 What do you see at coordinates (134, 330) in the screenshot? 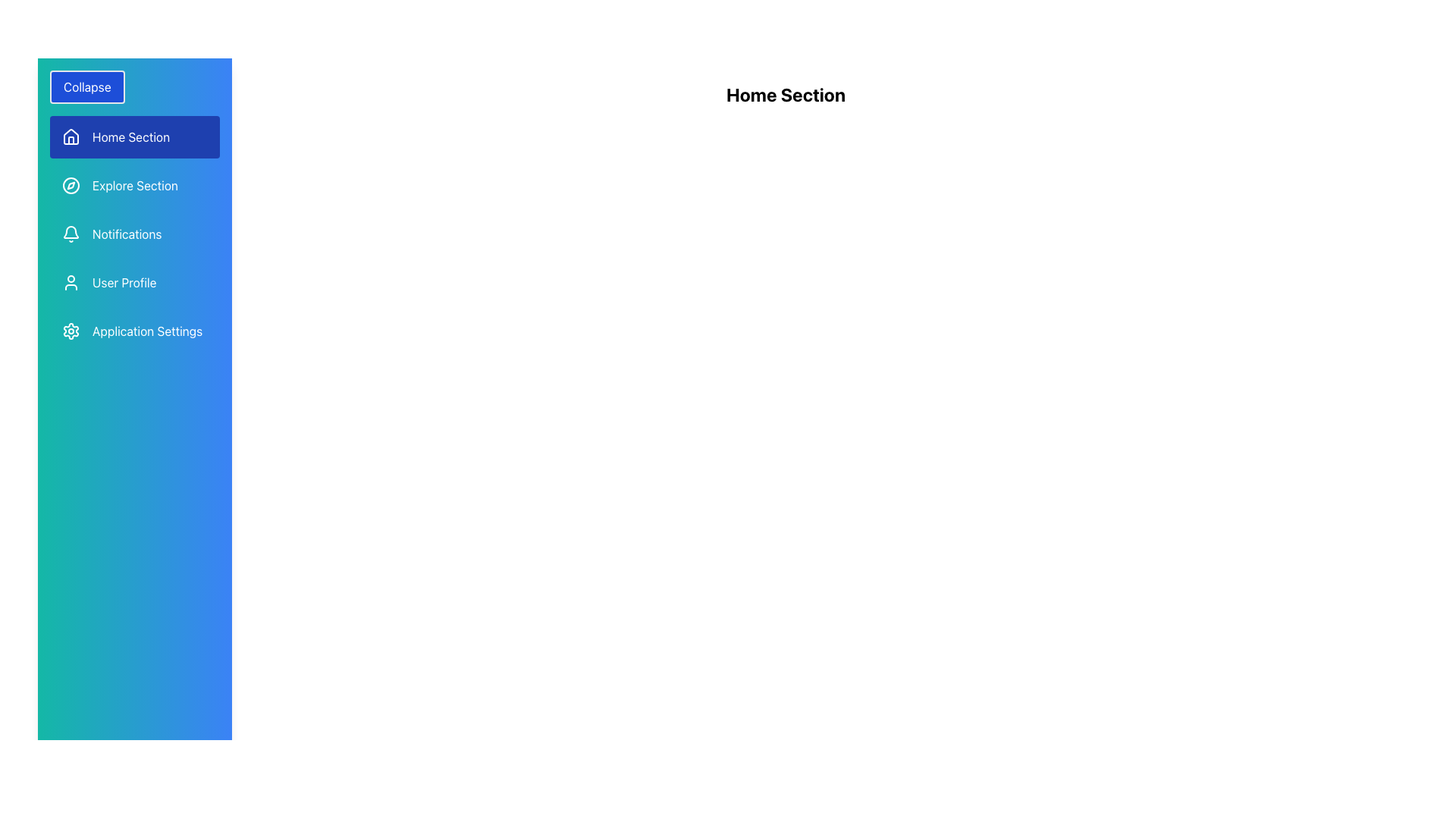
I see `the fifth item in the vertical navigation menu on the left side` at bounding box center [134, 330].